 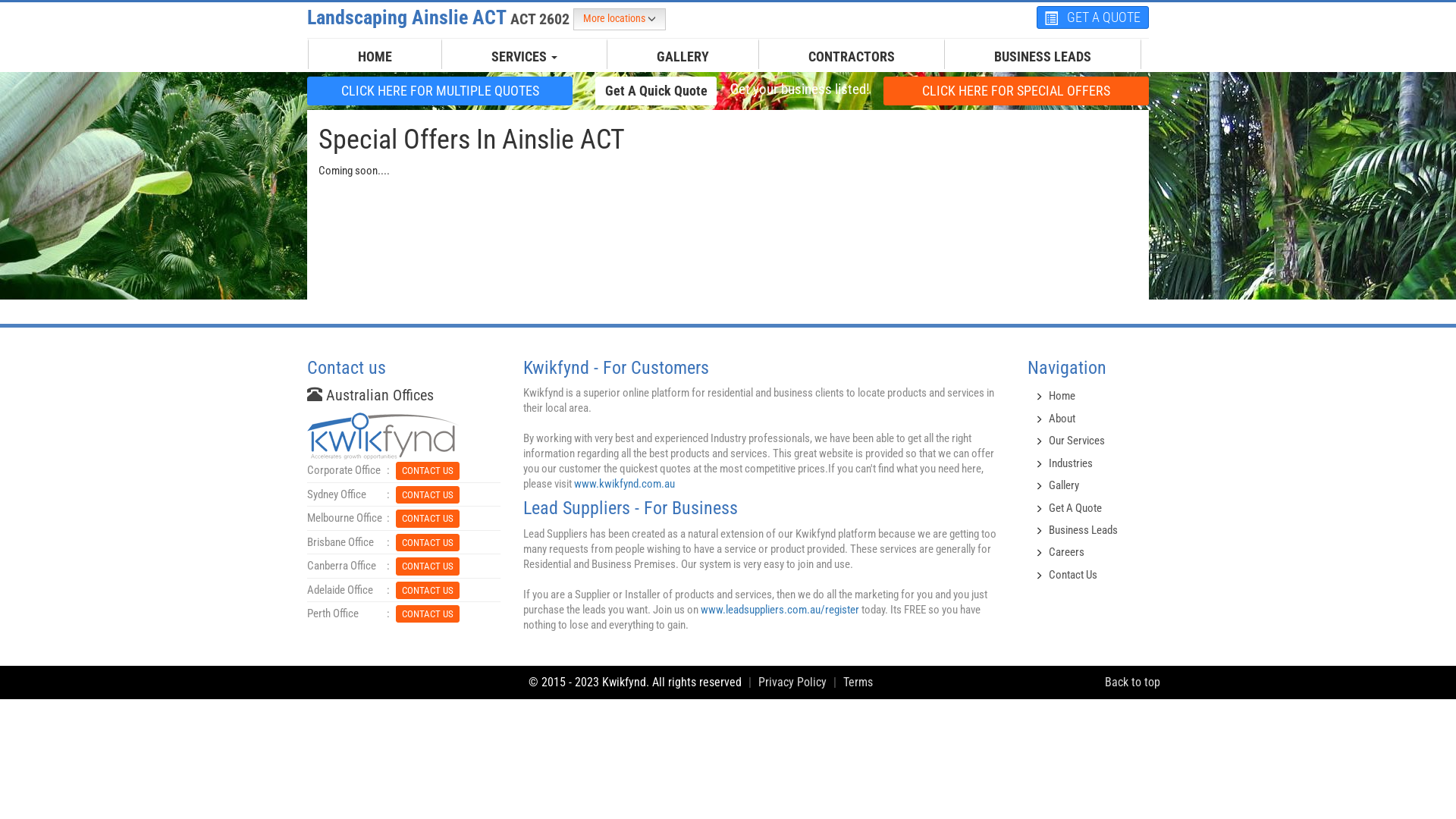 What do you see at coordinates (1065, 552) in the screenshot?
I see `'Careers'` at bounding box center [1065, 552].